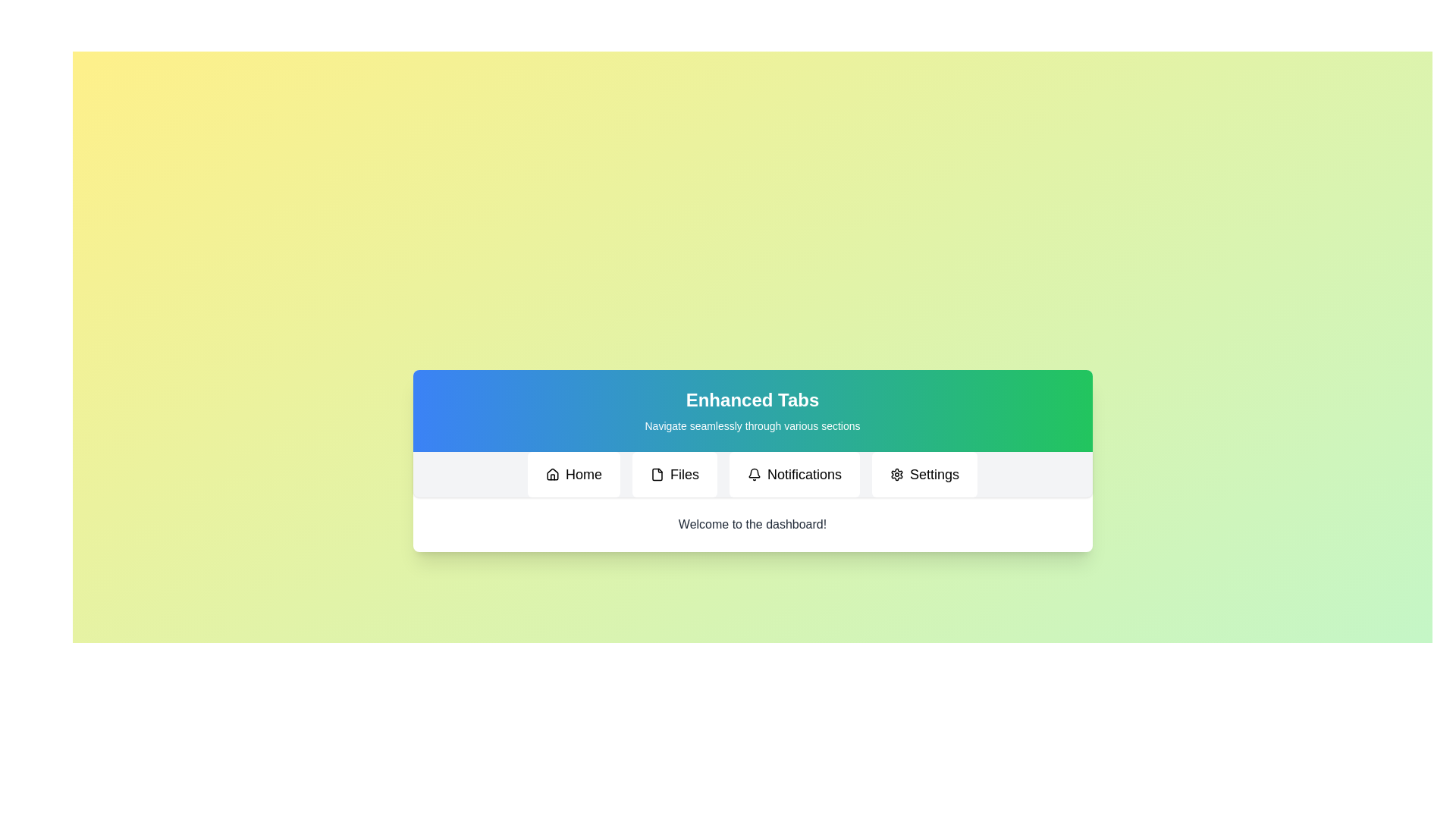  Describe the element at coordinates (934, 473) in the screenshot. I see `the Settings tab label, which is located at the far-right of the horizontal row of tabs under 'Enhanced Tabs'` at that location.